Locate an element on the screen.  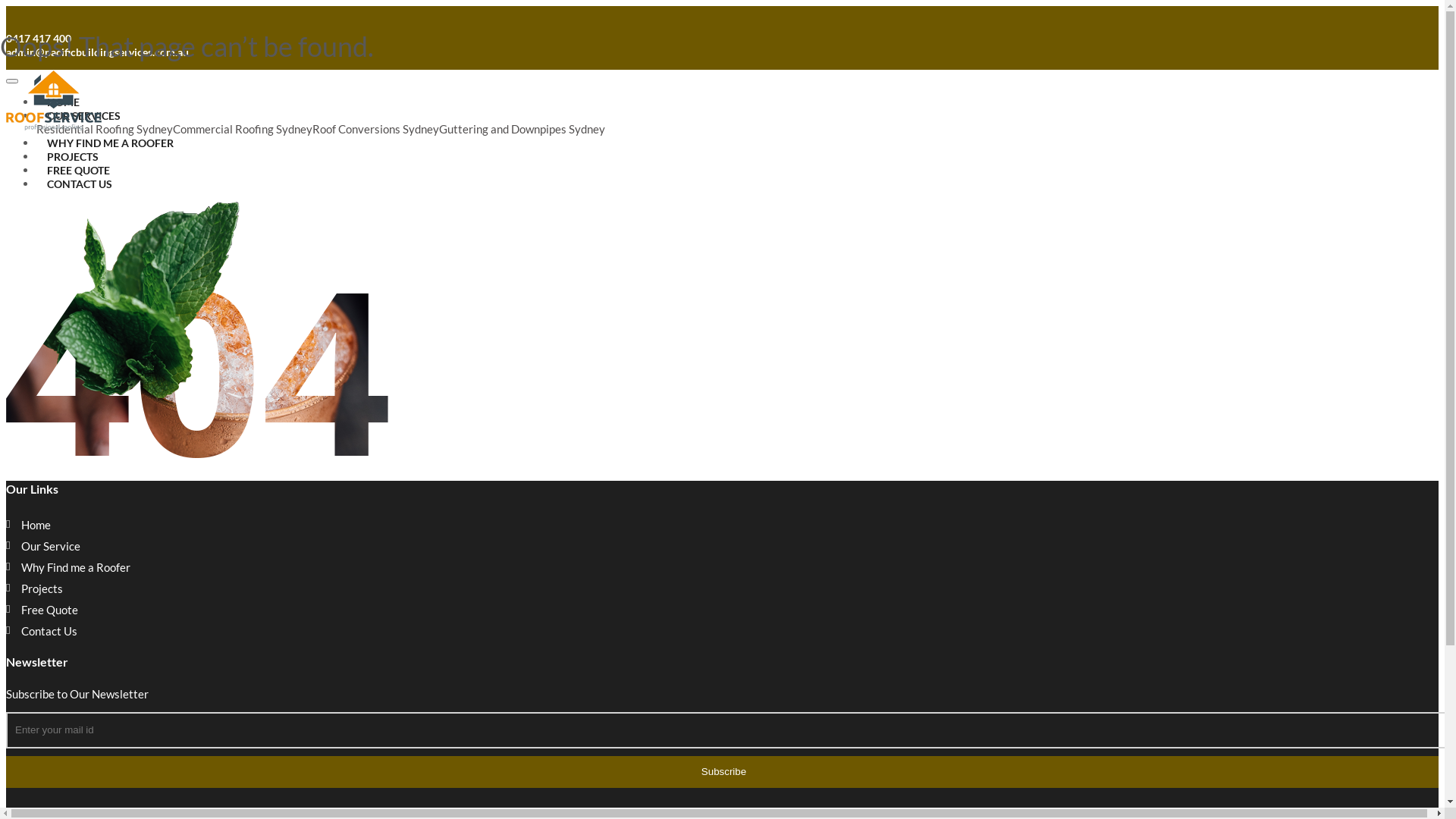
'WHY FIND ME A ROOFER' is located at coordinates (109, 143).